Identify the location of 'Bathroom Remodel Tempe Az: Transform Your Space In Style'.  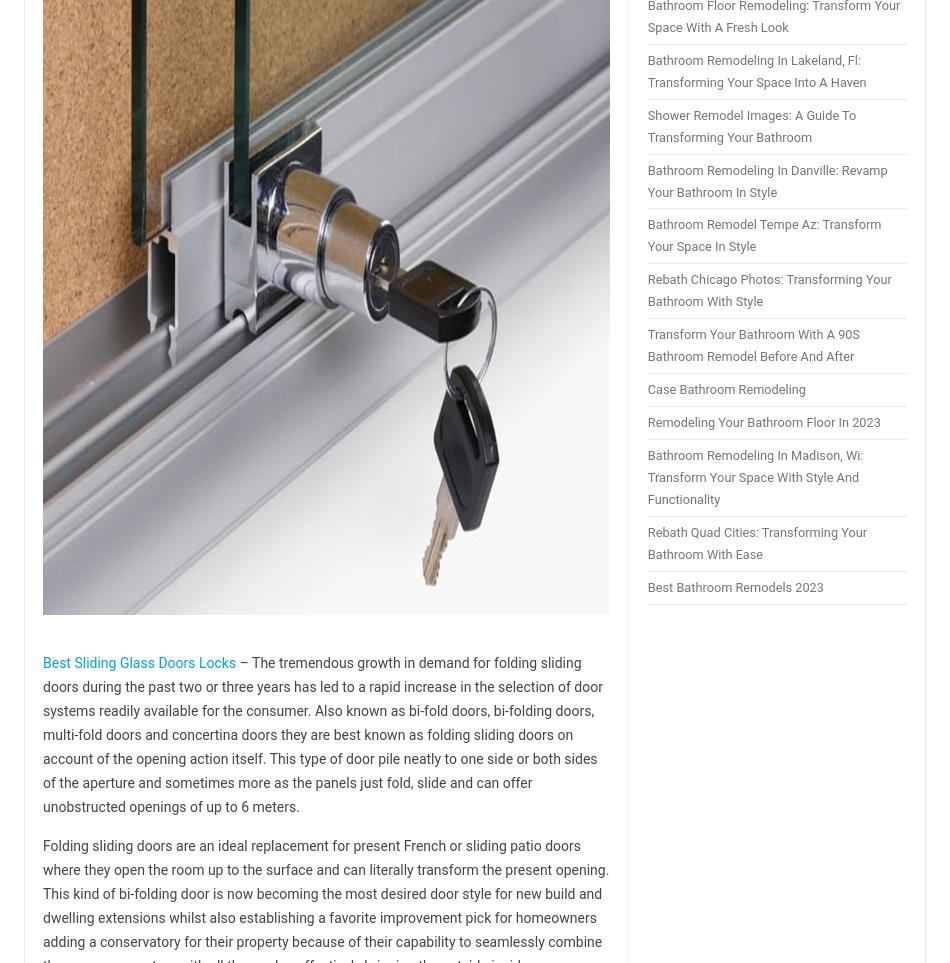
(762, 235).